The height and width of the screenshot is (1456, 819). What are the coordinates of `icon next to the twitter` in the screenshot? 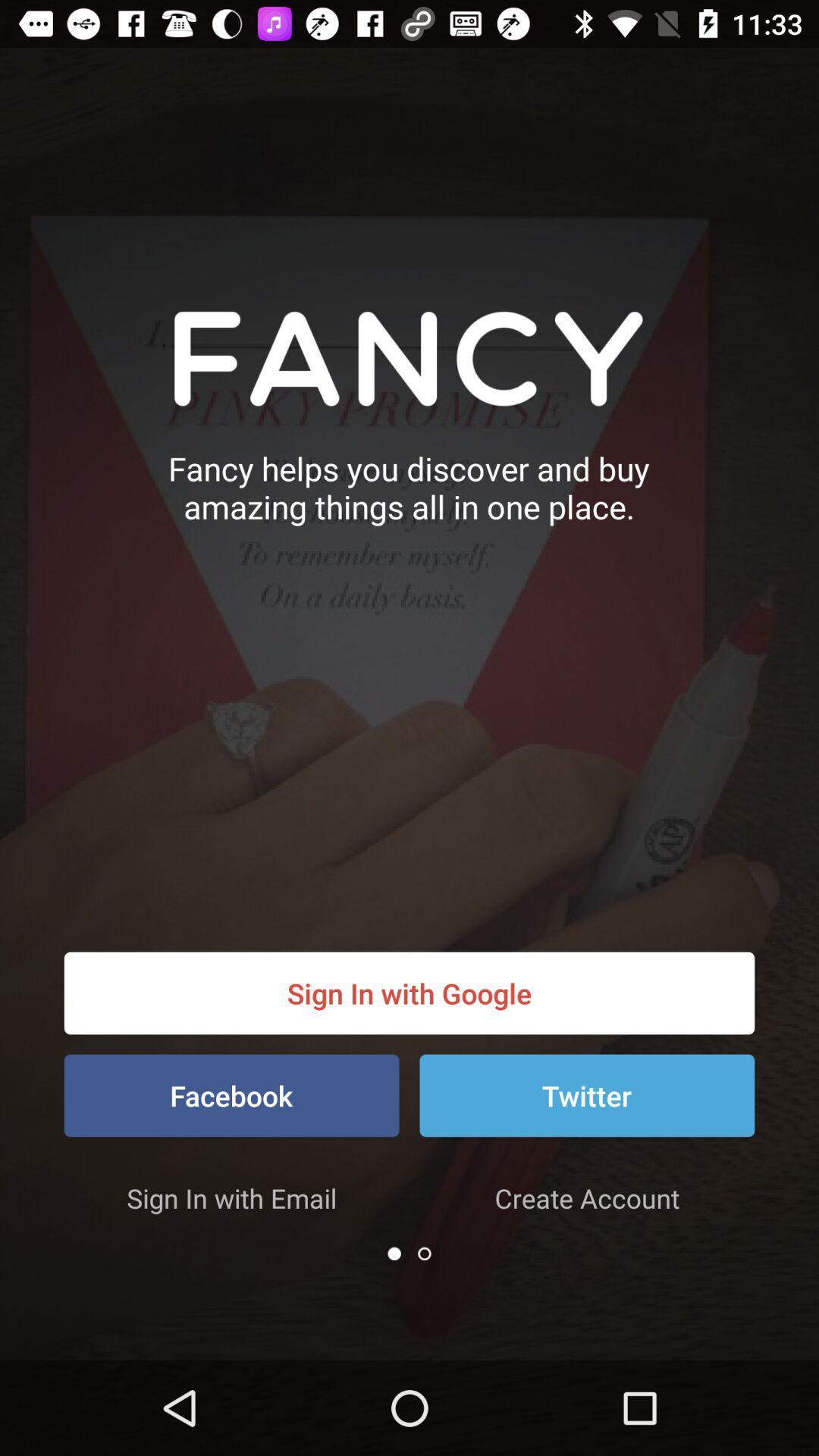 It's located at (231, 1095).